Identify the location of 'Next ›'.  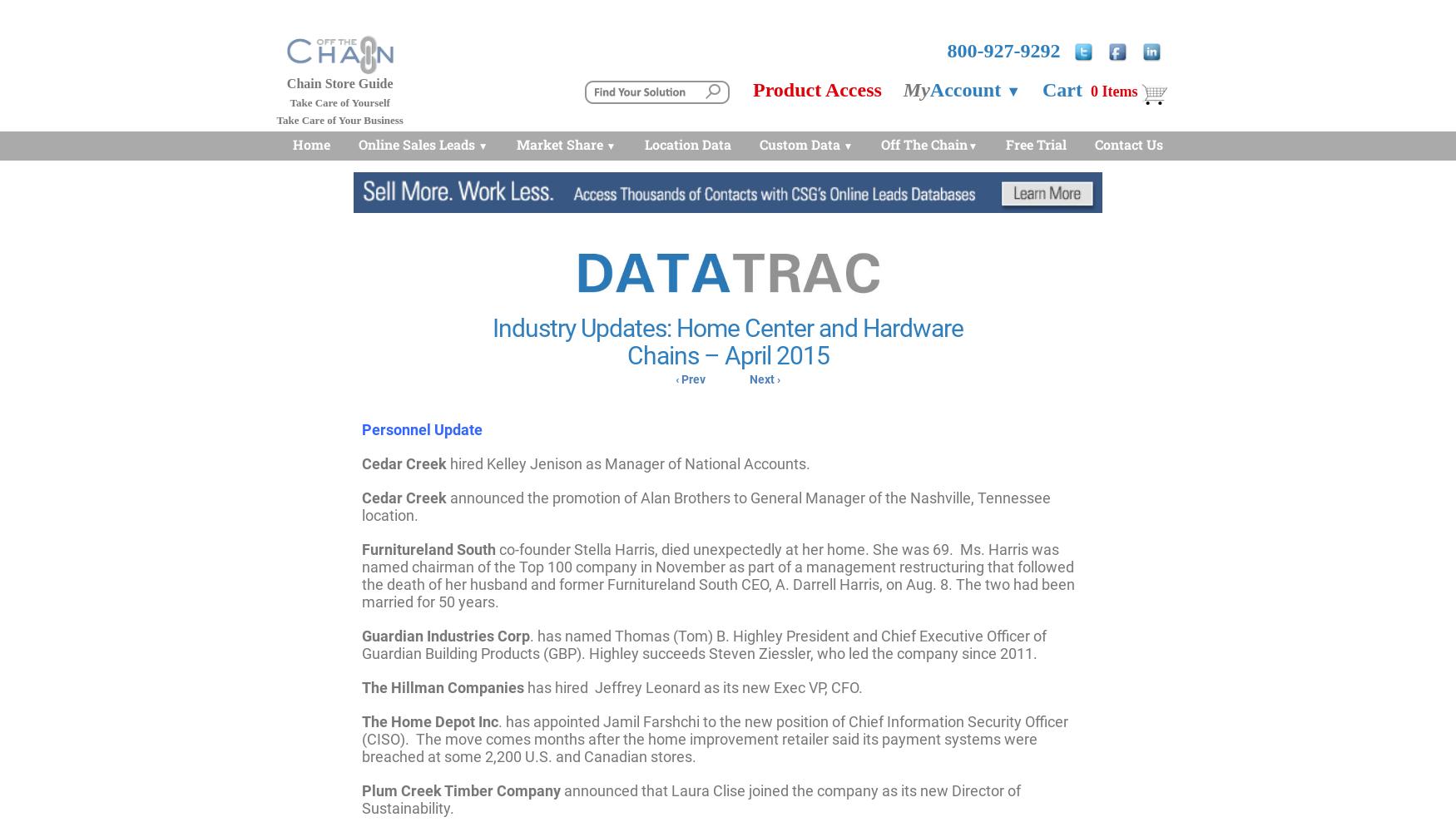
(764, 378).